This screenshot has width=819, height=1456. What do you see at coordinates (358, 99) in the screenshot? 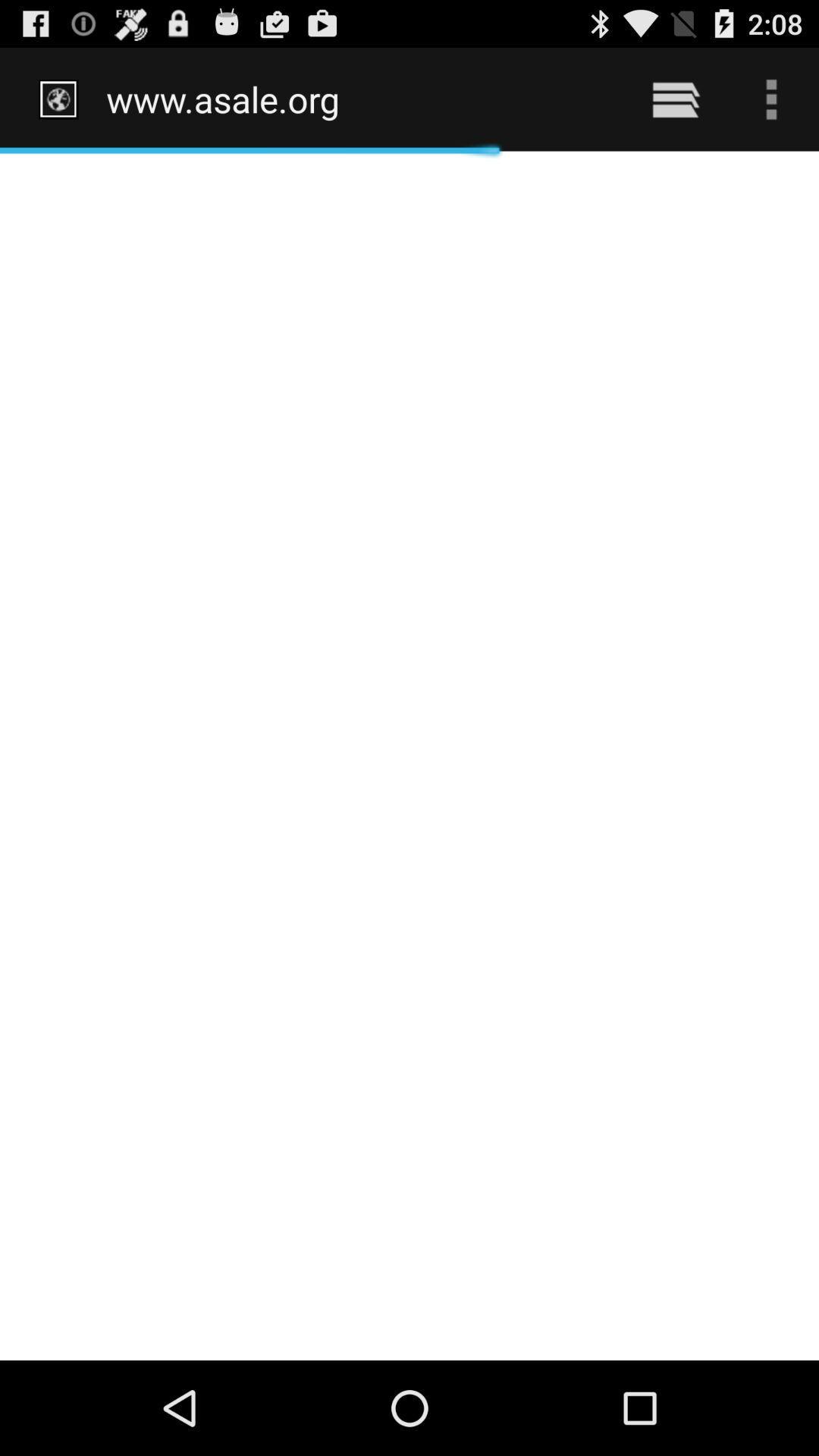
I see `the http www asale` at bounding box center [358, 99].